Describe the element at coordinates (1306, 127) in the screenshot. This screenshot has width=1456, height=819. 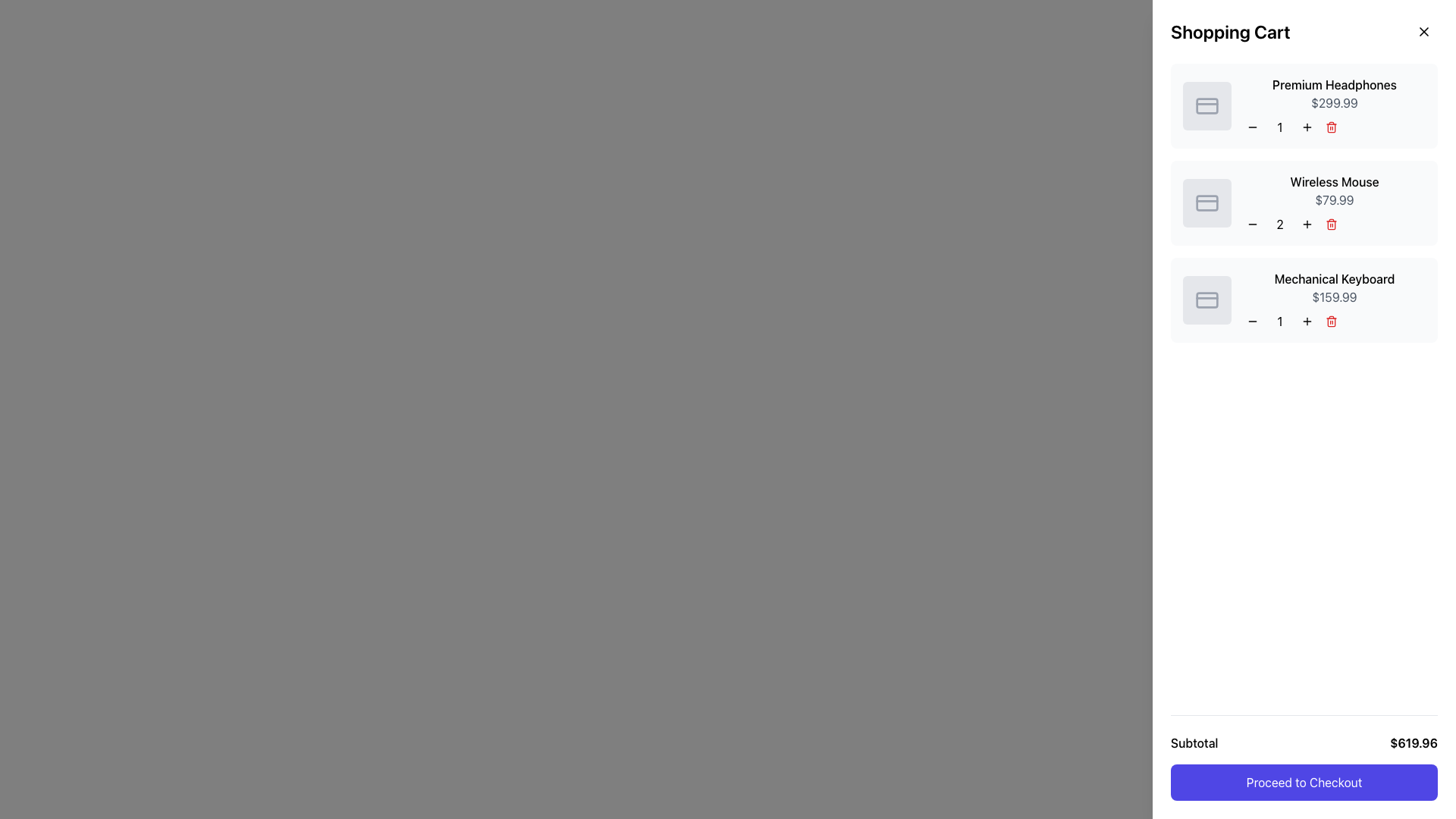
I see `the icon button located to the right of the quantity indicator for 'Premium Headphones' in the cart list to increase the quantity` at that location.